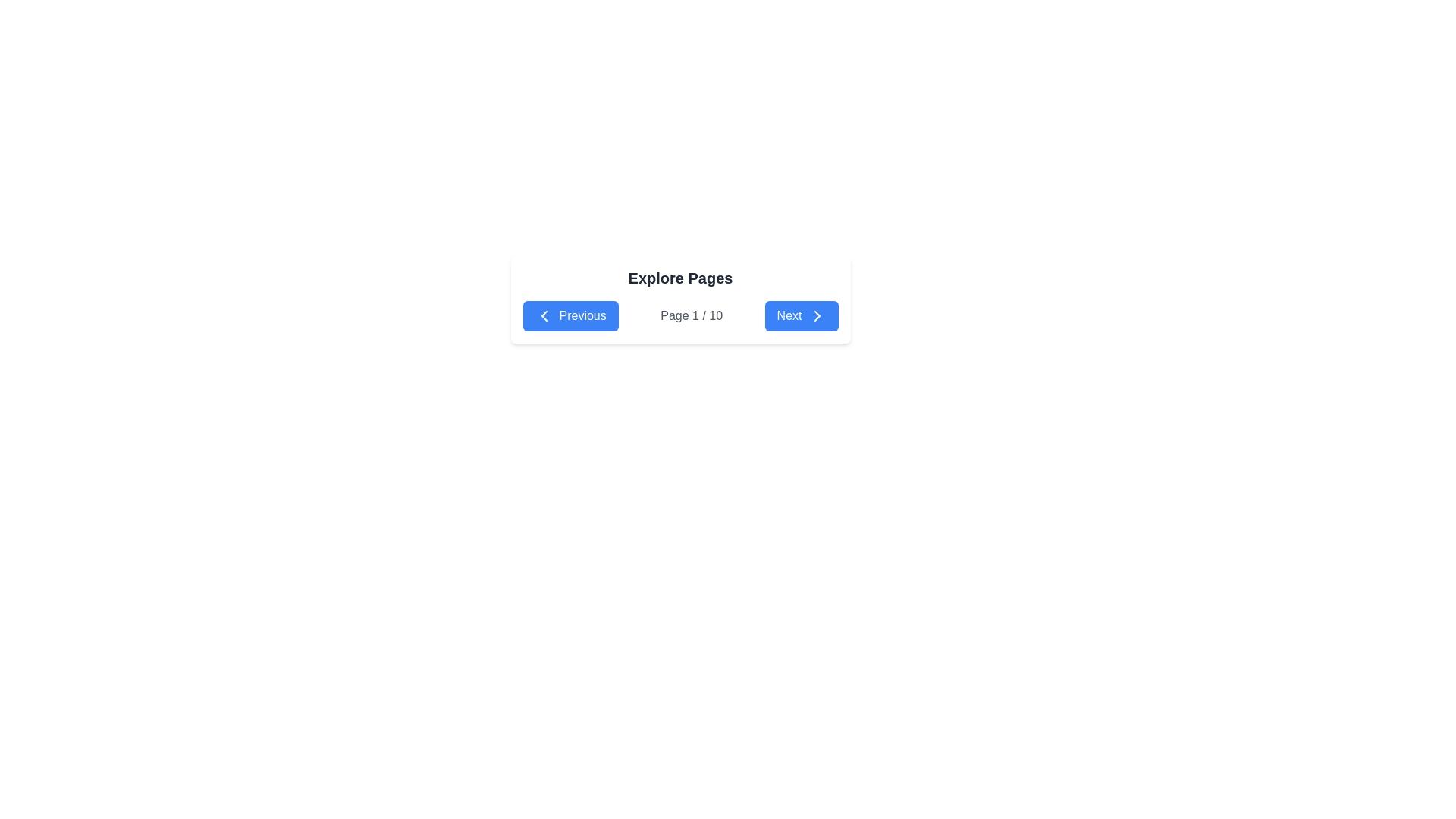 This screenshot has width=1456, height=819. What do you see at coordinates (816, 315) in the screenshot?
I see `the rightward-pointing chevron icon of the 'Next' button located at the far right of the pagination section beneath the 'Explore Pages' heading` at bounding box center [816, 315].